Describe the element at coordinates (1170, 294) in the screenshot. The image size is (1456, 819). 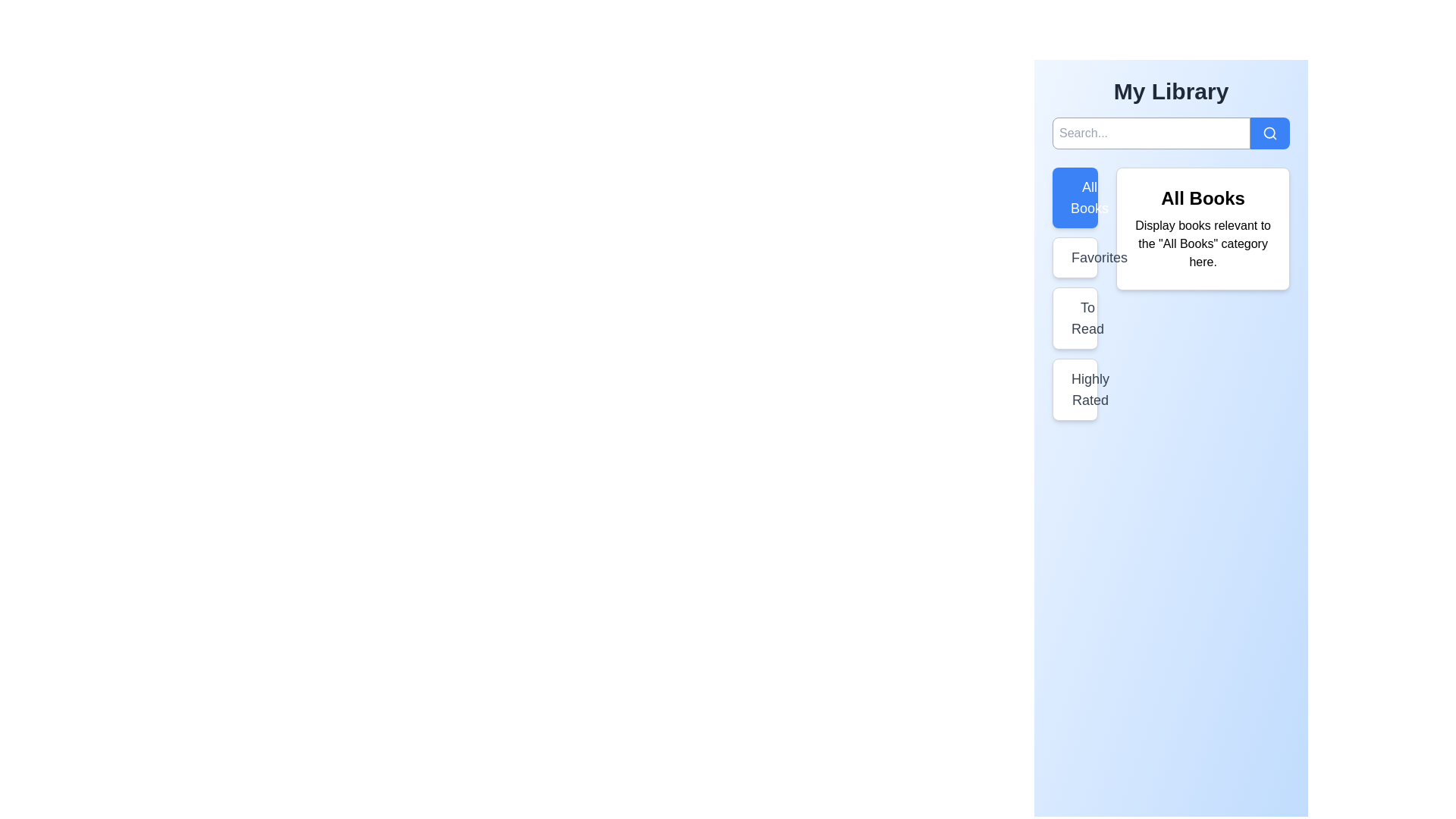
I see `text within the 'All Books' content display area, which is positioned in the right portion of the grid layout next to the vertical list of buttons` at that location.